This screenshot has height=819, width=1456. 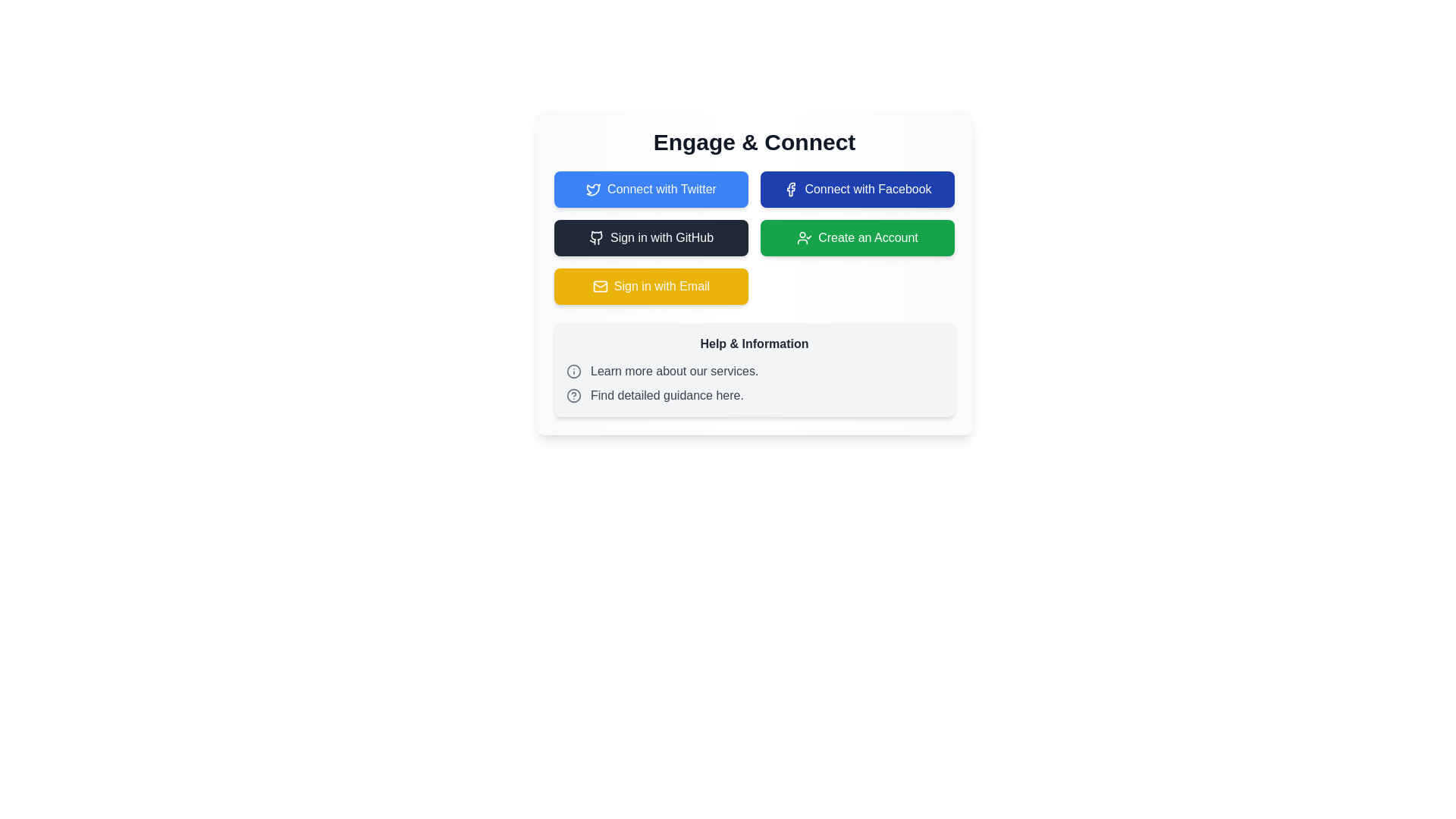 I want to click on the green 'Create an Account' button with rounded corners, which features a user icon on the left and is located below the 'Connect with Facebook' button, so click(x=858, y=237).